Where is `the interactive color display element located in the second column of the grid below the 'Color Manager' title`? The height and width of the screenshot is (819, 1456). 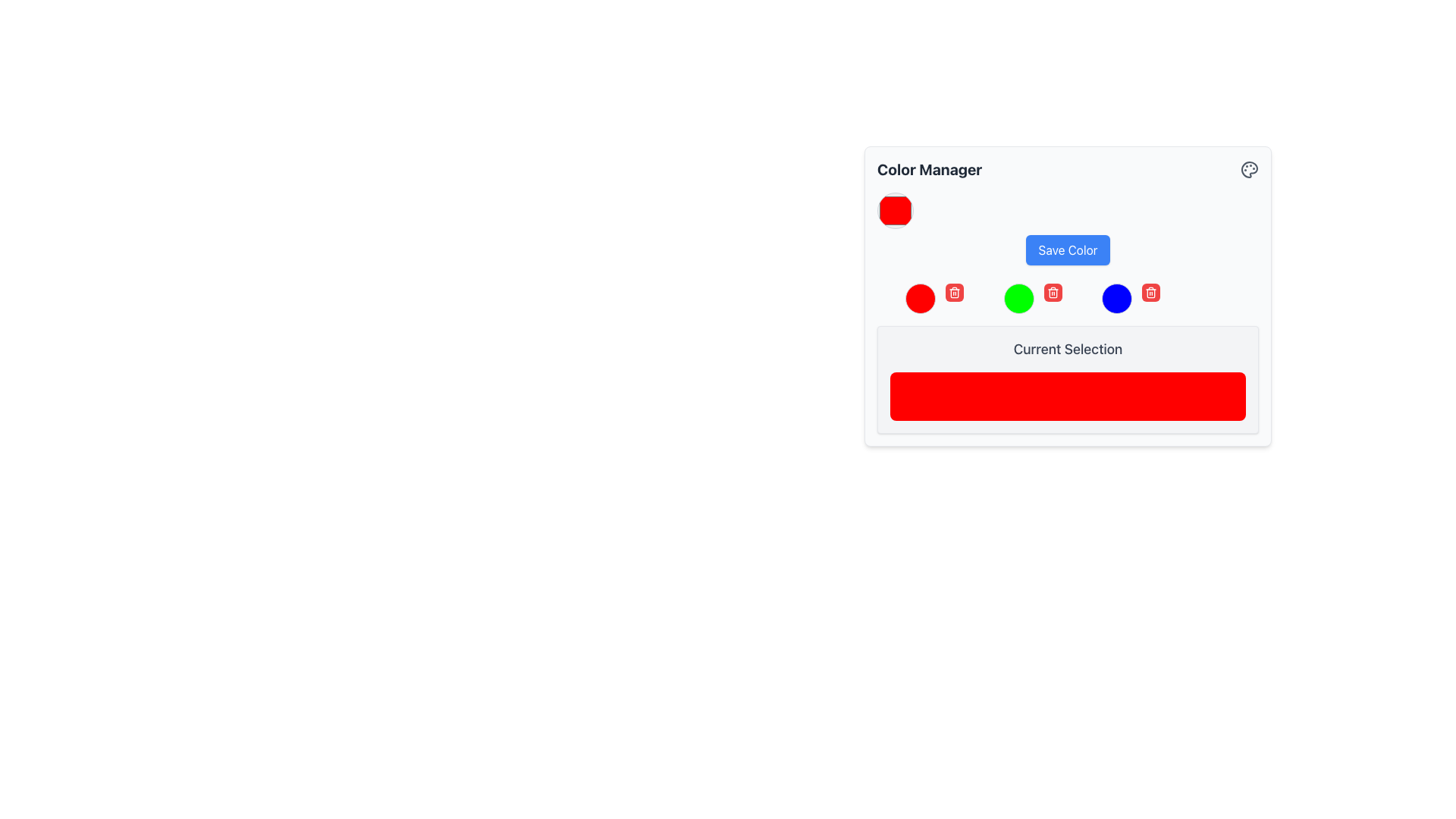
the interactive color display element located in the second column of the grid below the 'Color Manager' title is located at coordinates (1018, 298).